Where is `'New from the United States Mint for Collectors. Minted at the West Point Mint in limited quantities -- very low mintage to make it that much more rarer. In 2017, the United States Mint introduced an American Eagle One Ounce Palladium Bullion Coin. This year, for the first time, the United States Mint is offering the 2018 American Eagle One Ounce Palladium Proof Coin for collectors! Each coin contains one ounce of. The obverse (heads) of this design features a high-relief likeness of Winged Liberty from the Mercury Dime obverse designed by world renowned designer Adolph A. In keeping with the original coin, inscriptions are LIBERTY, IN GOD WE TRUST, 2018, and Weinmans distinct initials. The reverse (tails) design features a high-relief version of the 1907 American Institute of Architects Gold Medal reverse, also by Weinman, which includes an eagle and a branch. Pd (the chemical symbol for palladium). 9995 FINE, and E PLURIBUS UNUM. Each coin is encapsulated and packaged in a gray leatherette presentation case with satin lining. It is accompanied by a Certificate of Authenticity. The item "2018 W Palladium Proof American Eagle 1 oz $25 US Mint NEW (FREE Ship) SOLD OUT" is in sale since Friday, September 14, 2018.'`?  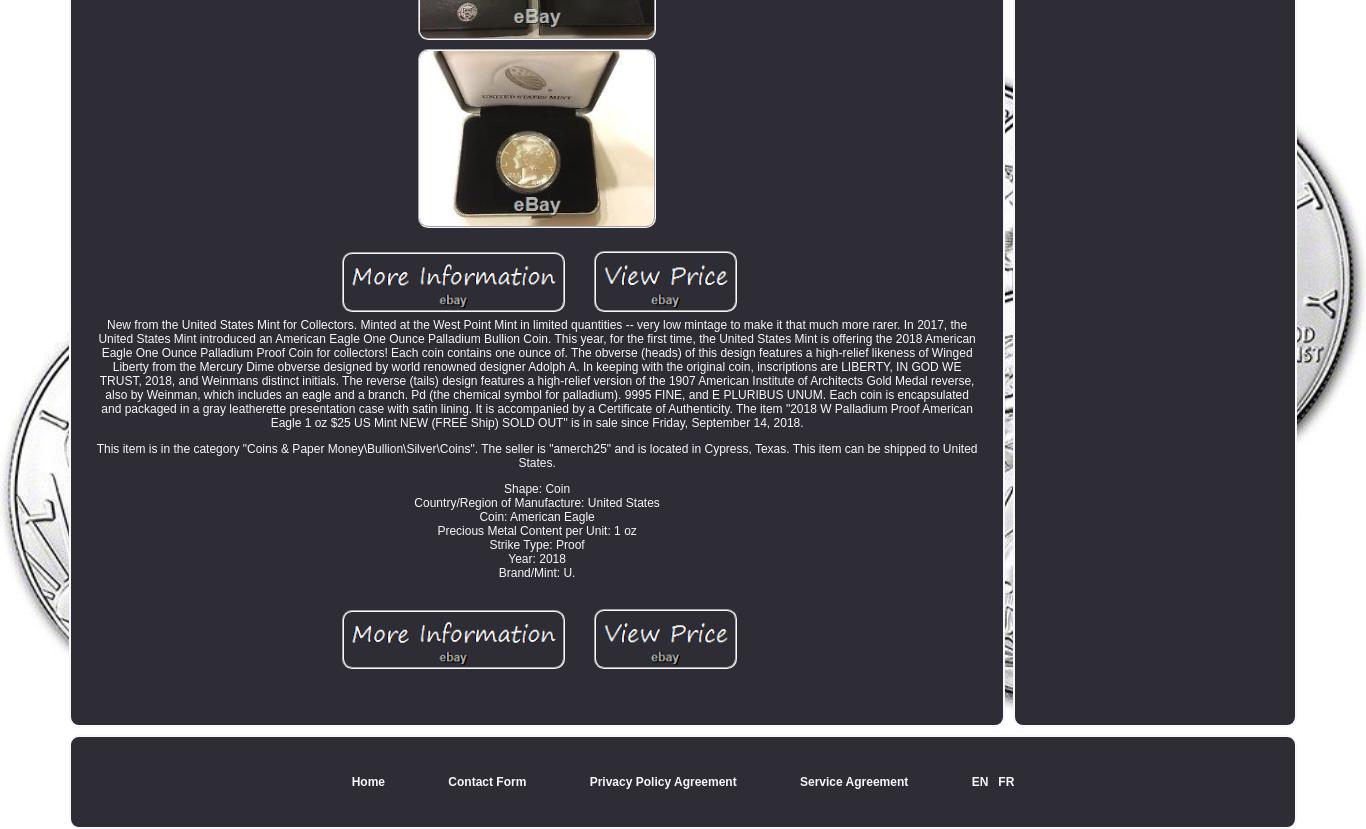 'New from the United States Mint for Collectors. Minted at the West Point Mint in limited quantities -- very low mintage to make it that much more rarer. In 2017, the United States Mint introduced an American Eagle One Ounce Palladium Bullion Coin. This year, for the first time, the United States Mint is offering the 2018 American Eagle One Ounce Palladium Proof Coin for collectors! Each coin contains one ounce of. The obverse (heads) of this design features a high-relief likeness of Winged Liberty from the Mercury Dime obverse designed by world renowned designer Adolph A. In keeping with the original coin, inscriptions are LIBERTY, IN GOD WE TRUST, 2018, and Weinmans distinct initials. The reverse (tails) design features a high-relief version of the 1907 American Institute of Architects Gold Medal reverse, also by Weinman, which includes an eagle and a branch. Pd (the chemical symbol for palladium). 9995 FINE, and E PLURIBUS UNUM. Each coin is encapsulated and packaged in a gray leatherette presentation case with satin lining. It is accompanied by a Certificate of Authenticity. The item "2018 W Palladium Proof American Eagle 1 oz $25 US Mint NEW (FREE Ship) SOLD OUT" is in sale since Friday, September 14, 2018.' is located at coordinates (536, 371).